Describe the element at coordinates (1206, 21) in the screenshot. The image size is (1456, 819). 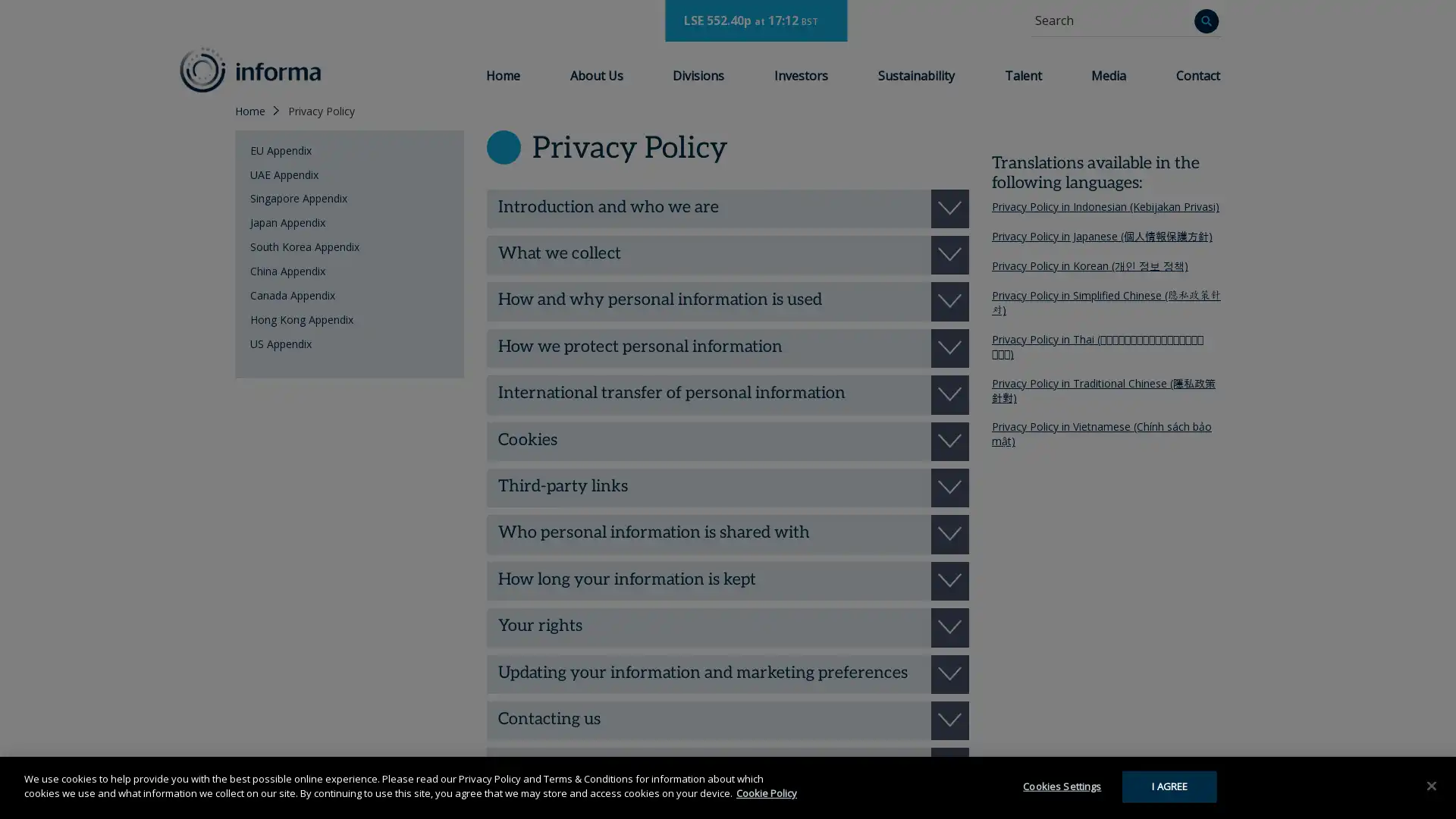
I see `Search` at that location.